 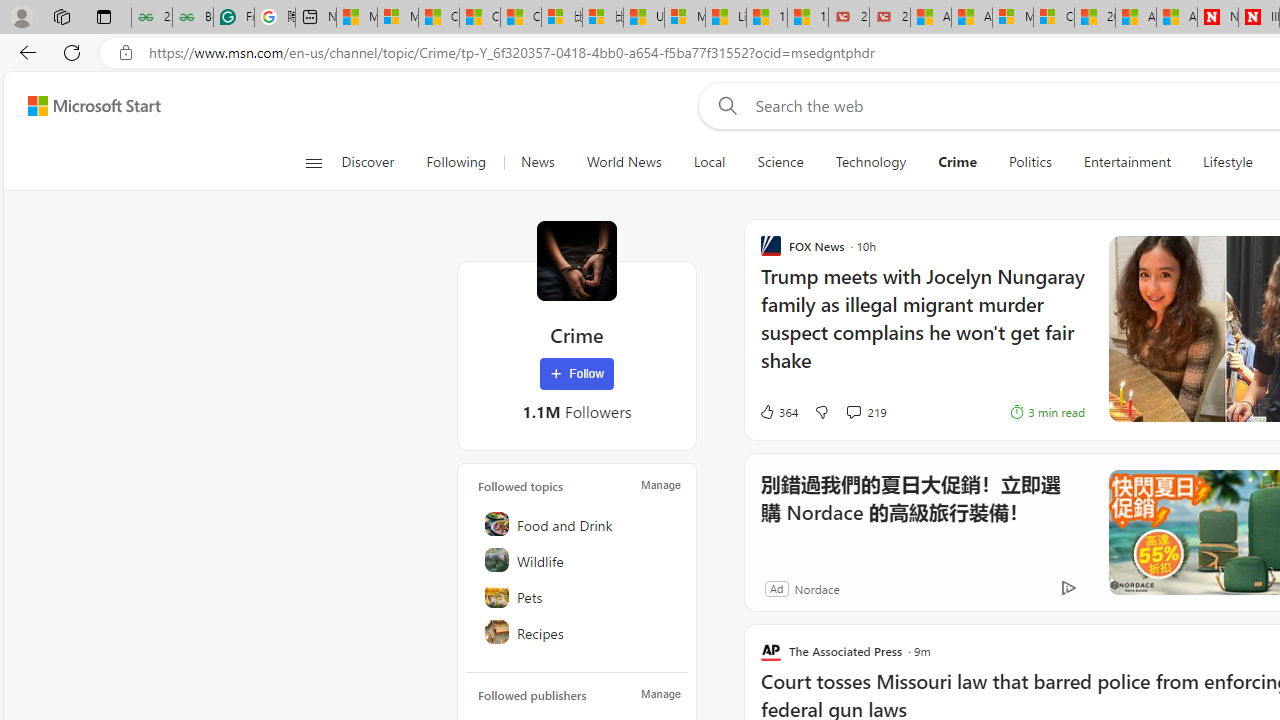 I want to click on 'Cloud Computing Services | Microsoft Azure', so click(x=1053, y=17).